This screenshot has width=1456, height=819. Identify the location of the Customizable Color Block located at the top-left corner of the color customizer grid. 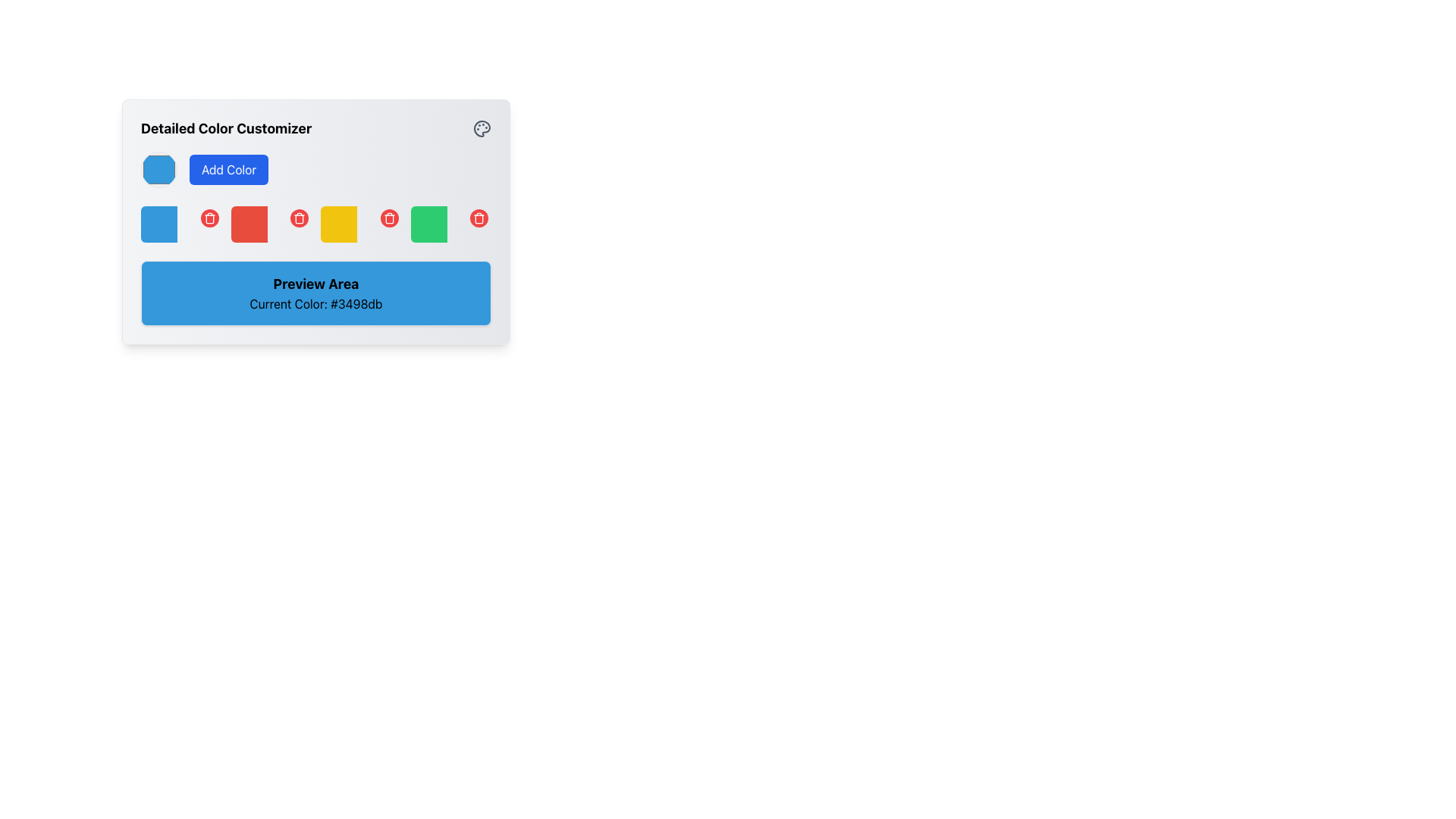
(181, 224).